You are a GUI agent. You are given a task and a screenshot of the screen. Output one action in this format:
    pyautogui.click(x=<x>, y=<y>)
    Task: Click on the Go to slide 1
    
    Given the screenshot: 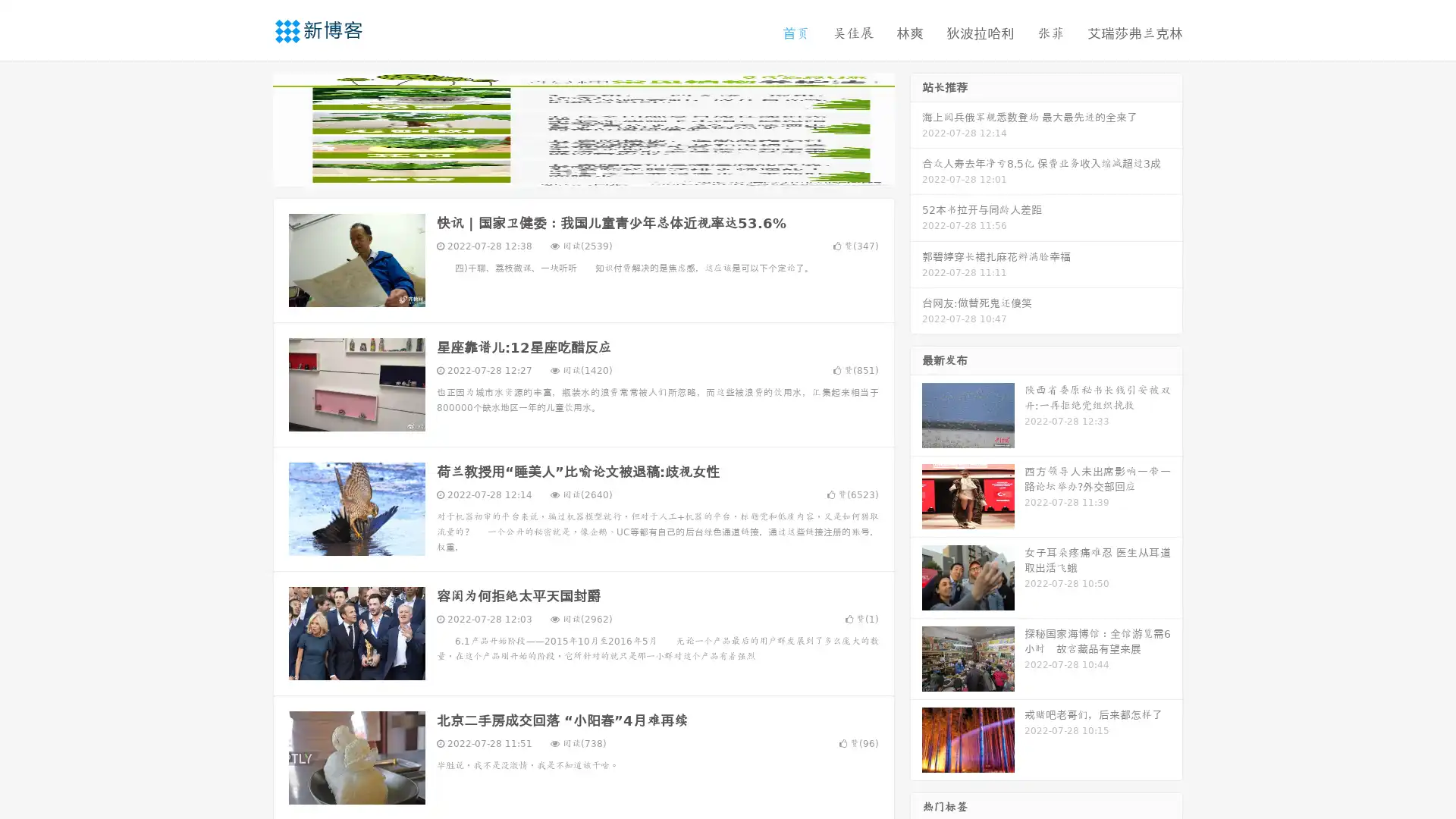 What is the action you would take?
    pyautogui.click(x=567, y=171)
    